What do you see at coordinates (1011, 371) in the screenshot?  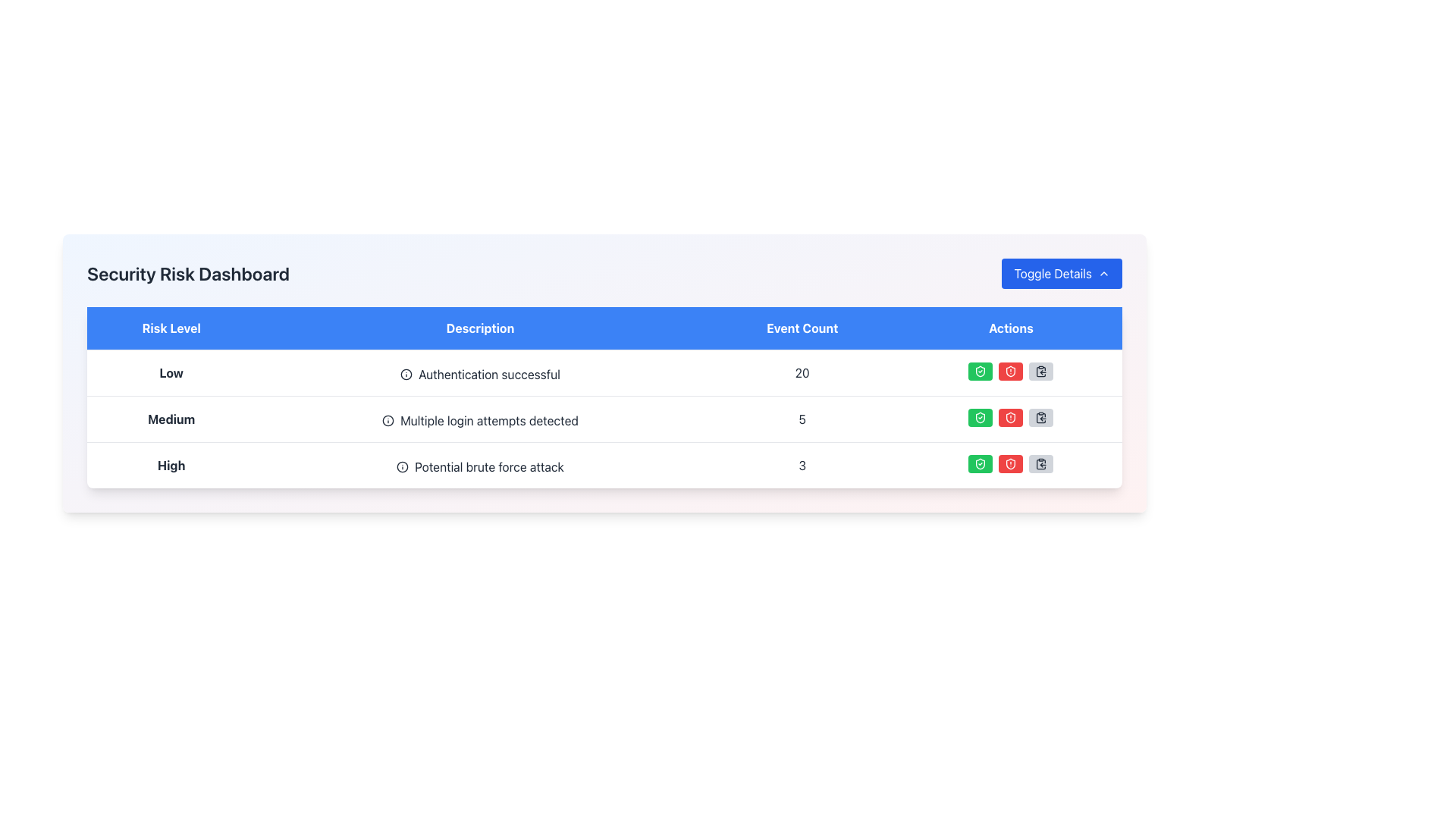 I see `the small, rounded rectangular button with a red background and white text indicating a security alert action, located in the rightmost section of the 'Actions' column in the last row of the table labeled 'High' in the 'Risk Level' column` at bounding box center [1011, 371].